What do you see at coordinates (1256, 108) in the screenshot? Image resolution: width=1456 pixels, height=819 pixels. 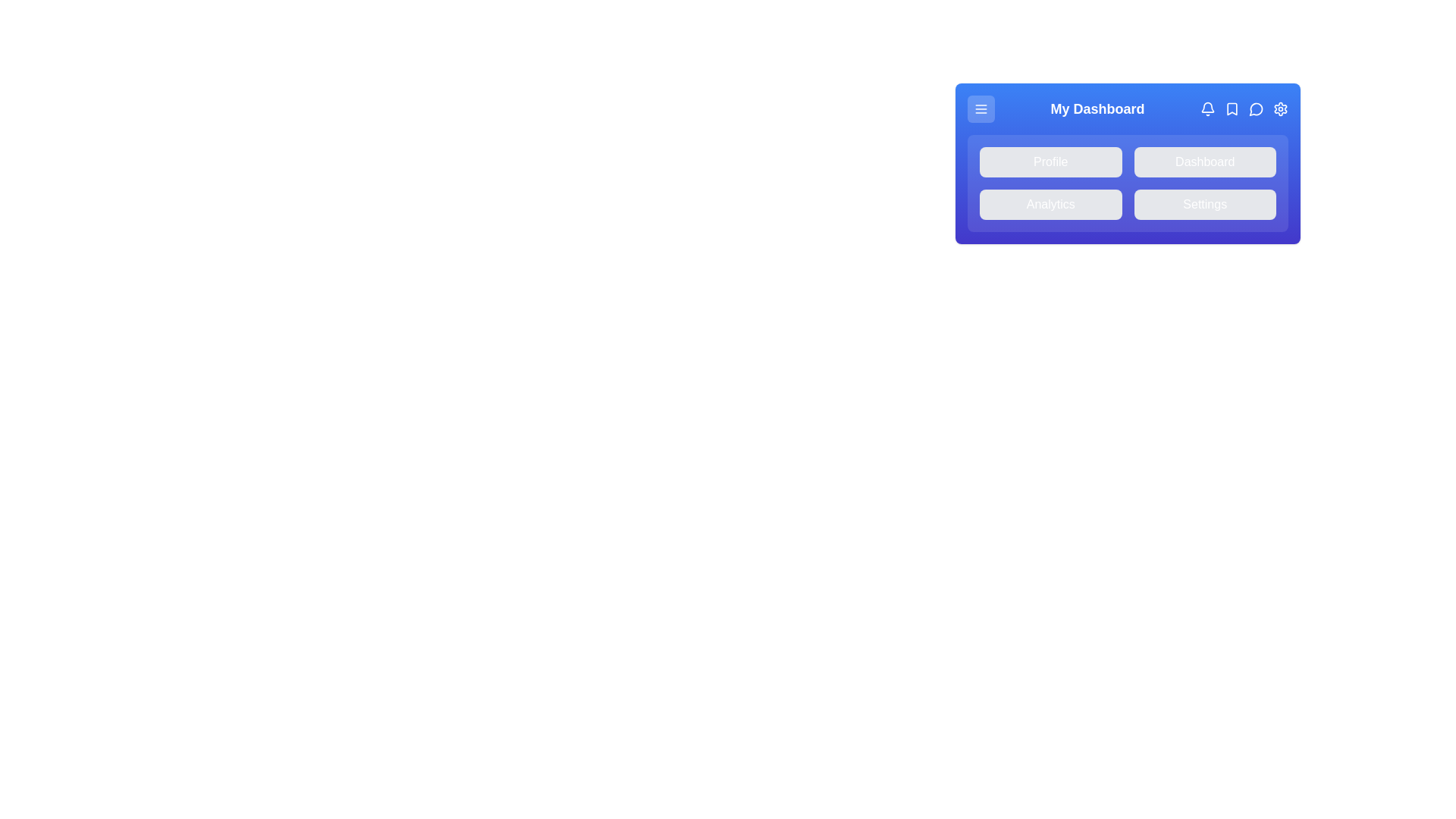 I see `the message icon in the app bar` at bounding box center [1256, 108].